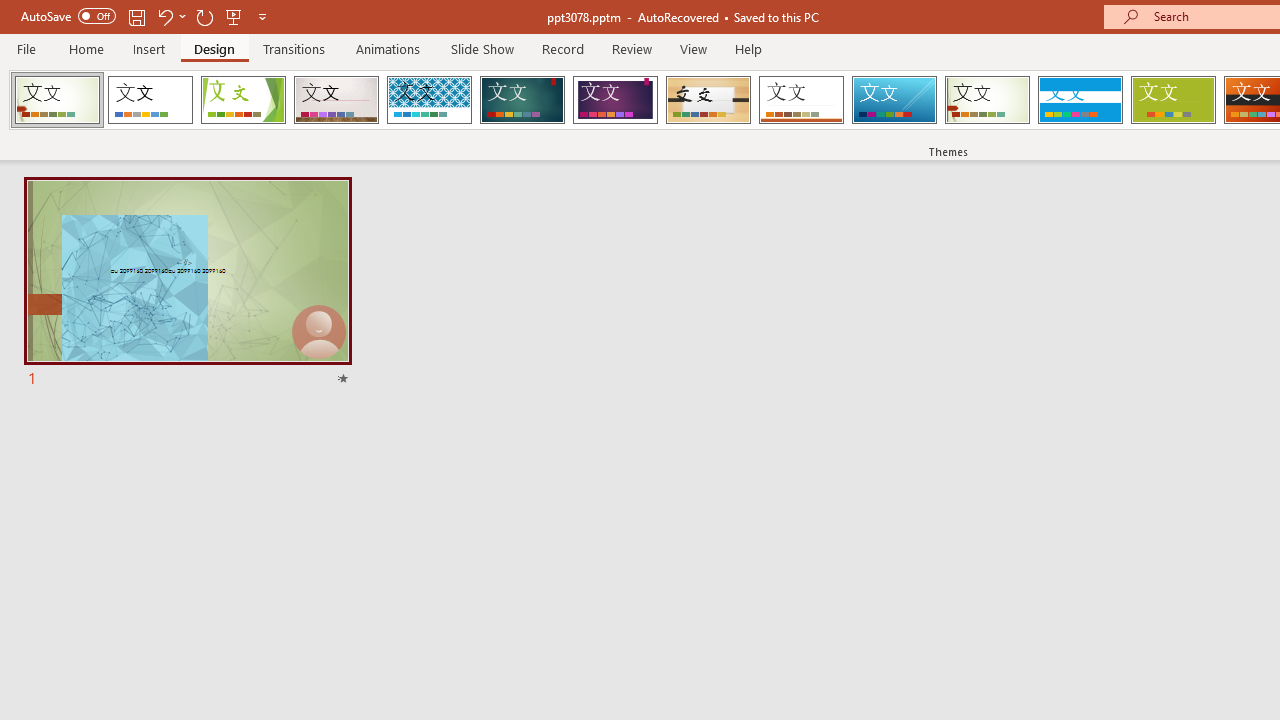 The height and width of the screenshot is (720, 1280). What do you see at coordinates (614, 100) in the screenshot?
I see `'Ion Boardroom'` at bounding box center [614, 100].